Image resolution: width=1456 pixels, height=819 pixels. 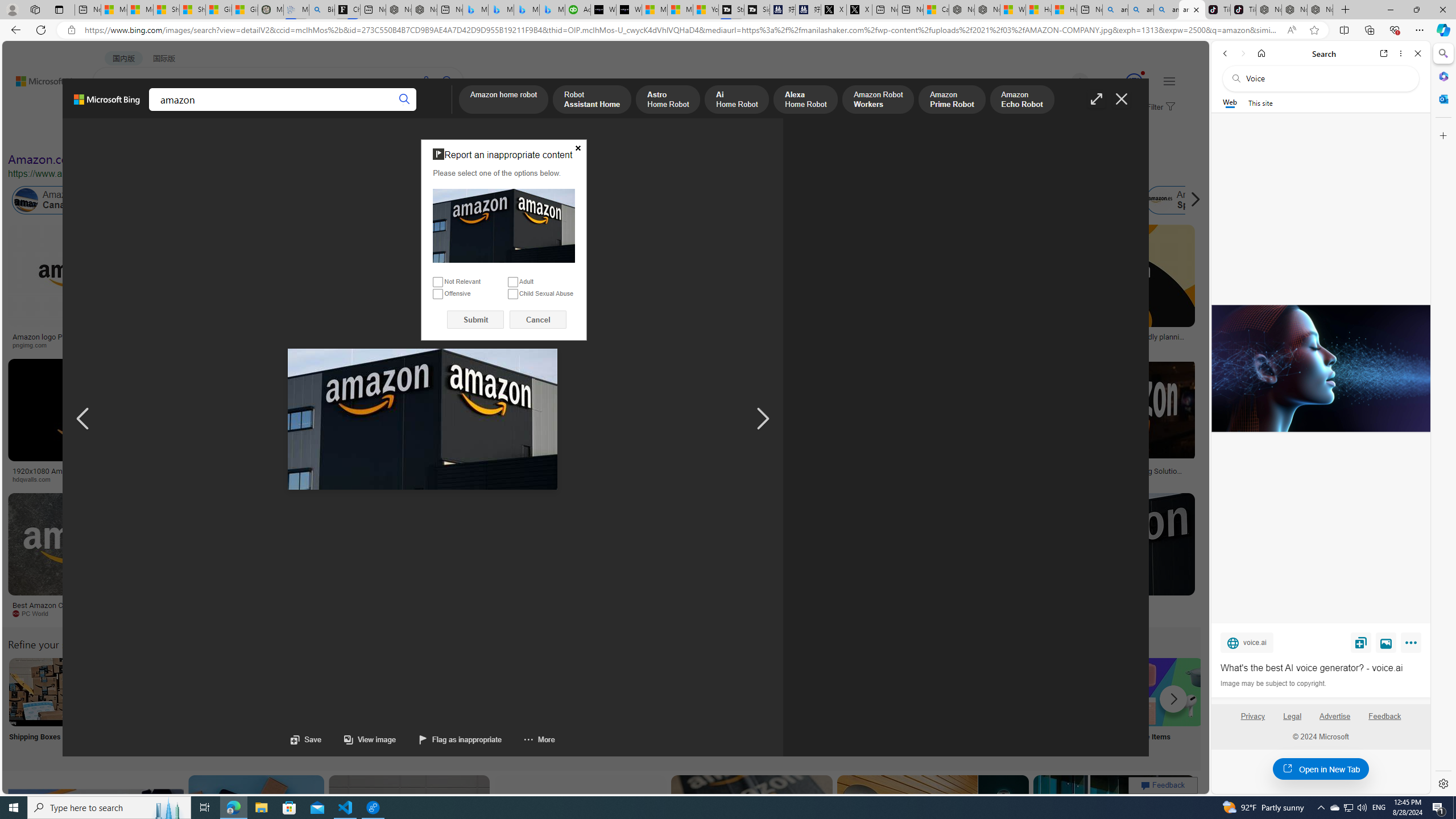 I want to click on 'downdetector.ae', so click(x=937, y=344).